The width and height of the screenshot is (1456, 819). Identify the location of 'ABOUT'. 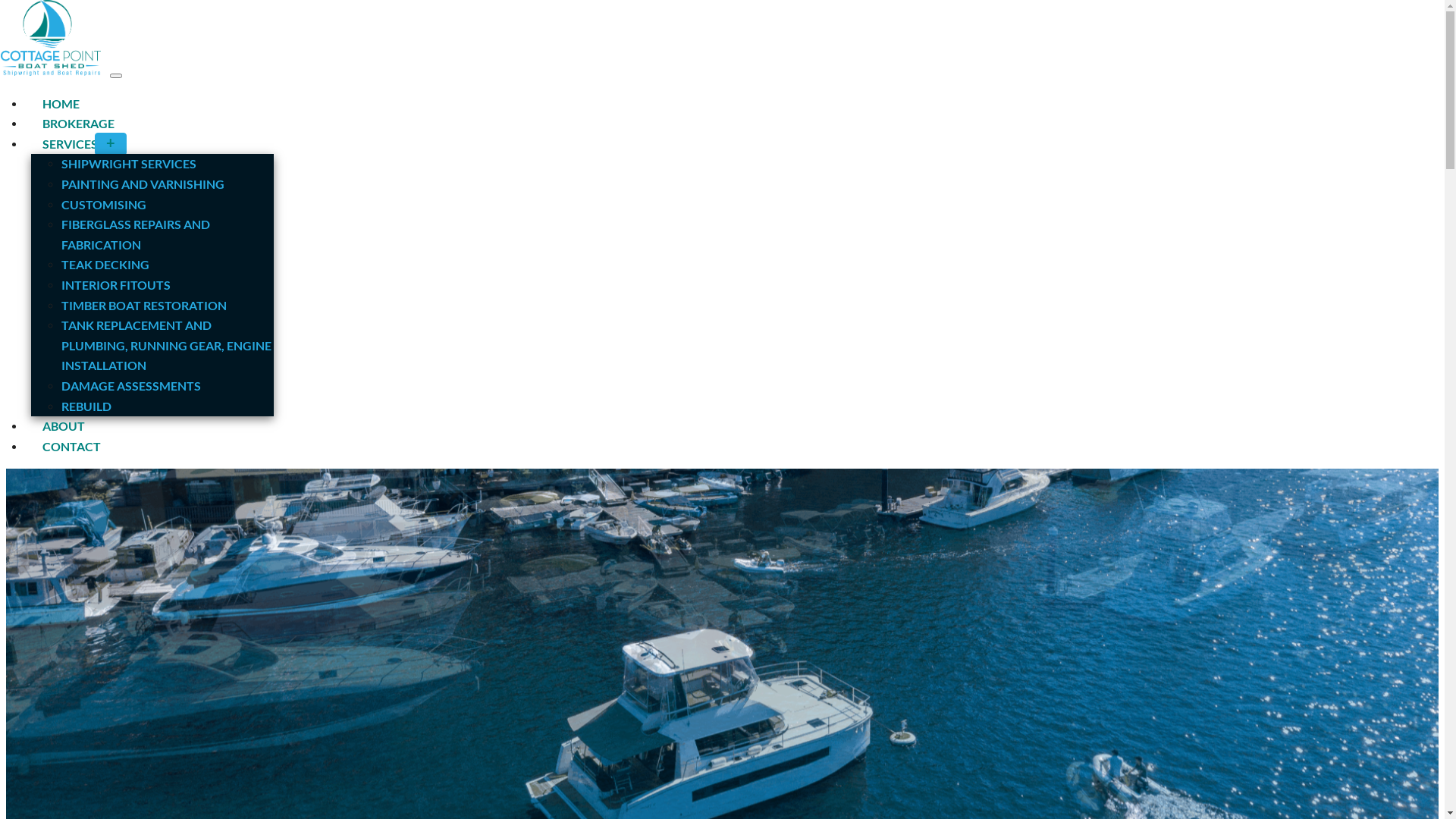
(31, 425).